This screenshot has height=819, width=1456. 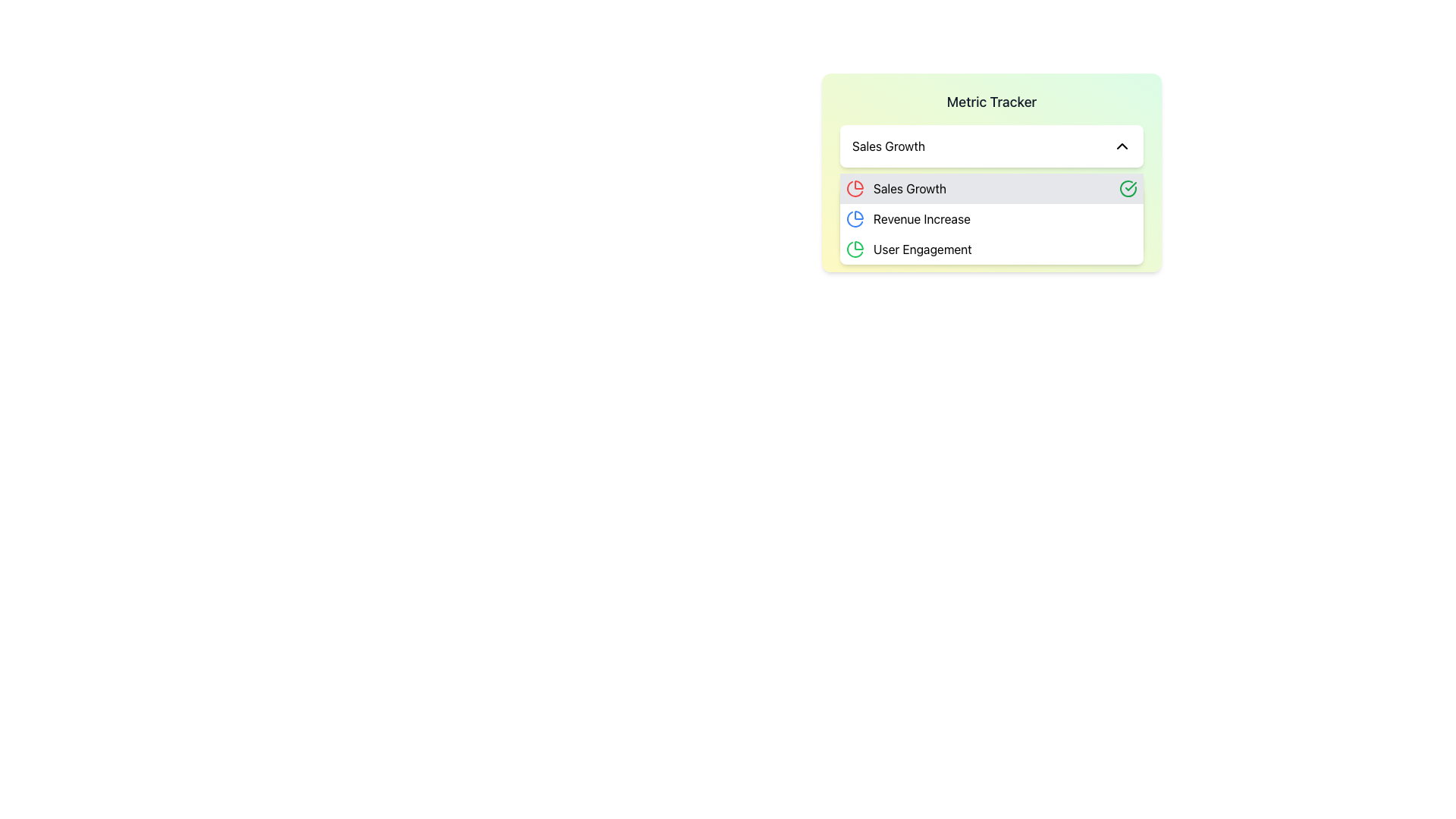 What do you see at coordinates (1128, 188) in the screenshot?
I see `the circular green checkmark icon located to the right of the 'Sales Growth' option in the metric selection box` at bounding box center [1128, 188].